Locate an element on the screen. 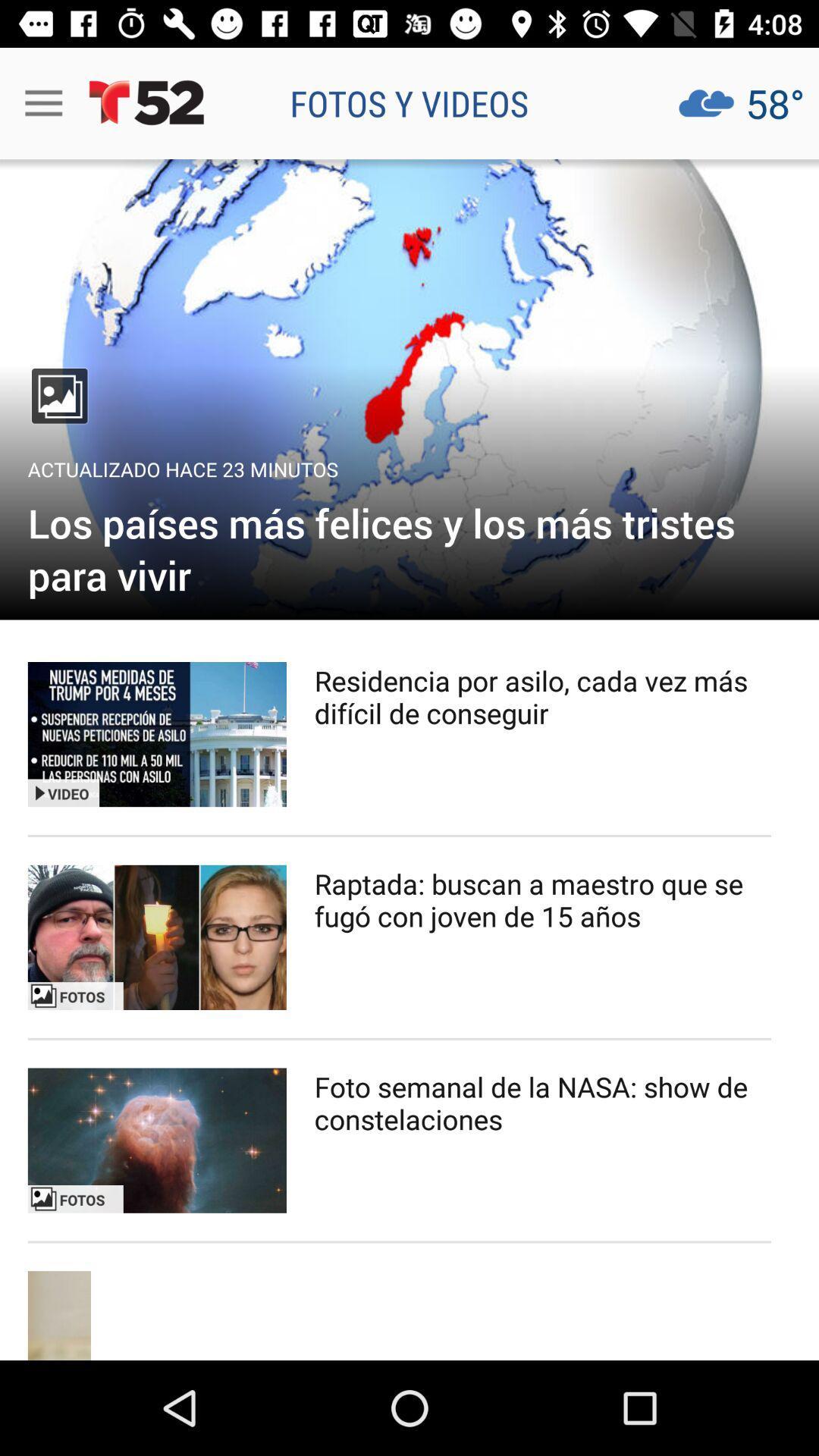 The height and width of the screenshot is (1456, 819). watch video is located at coordinates (157, 1141).